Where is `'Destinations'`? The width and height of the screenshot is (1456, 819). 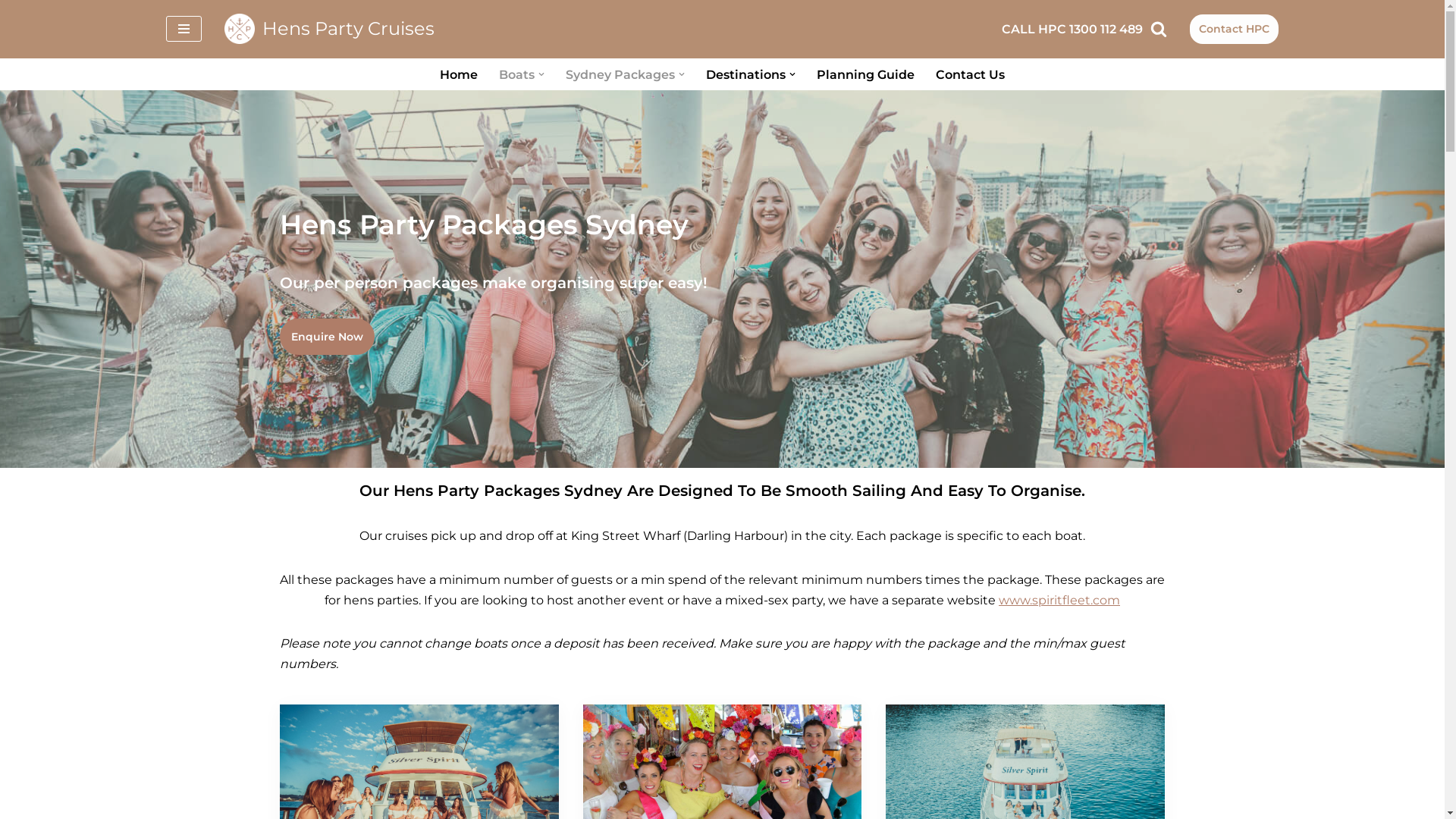 'Destinations' is located at coordinates (745, 74).